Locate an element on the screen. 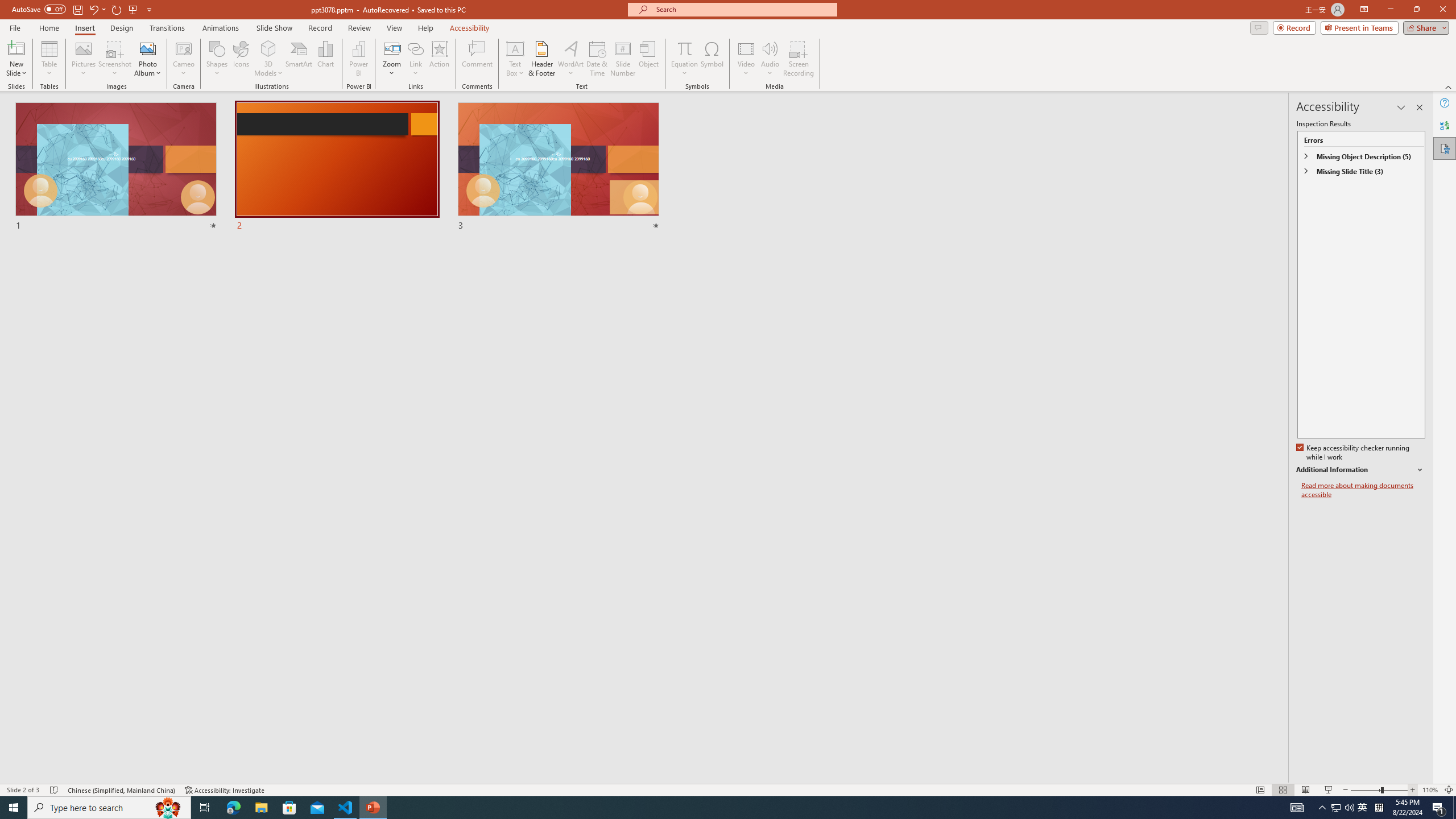 The height and width of the screenshot is (819, 1456). 'Table' is located at coordinates (49, 59).